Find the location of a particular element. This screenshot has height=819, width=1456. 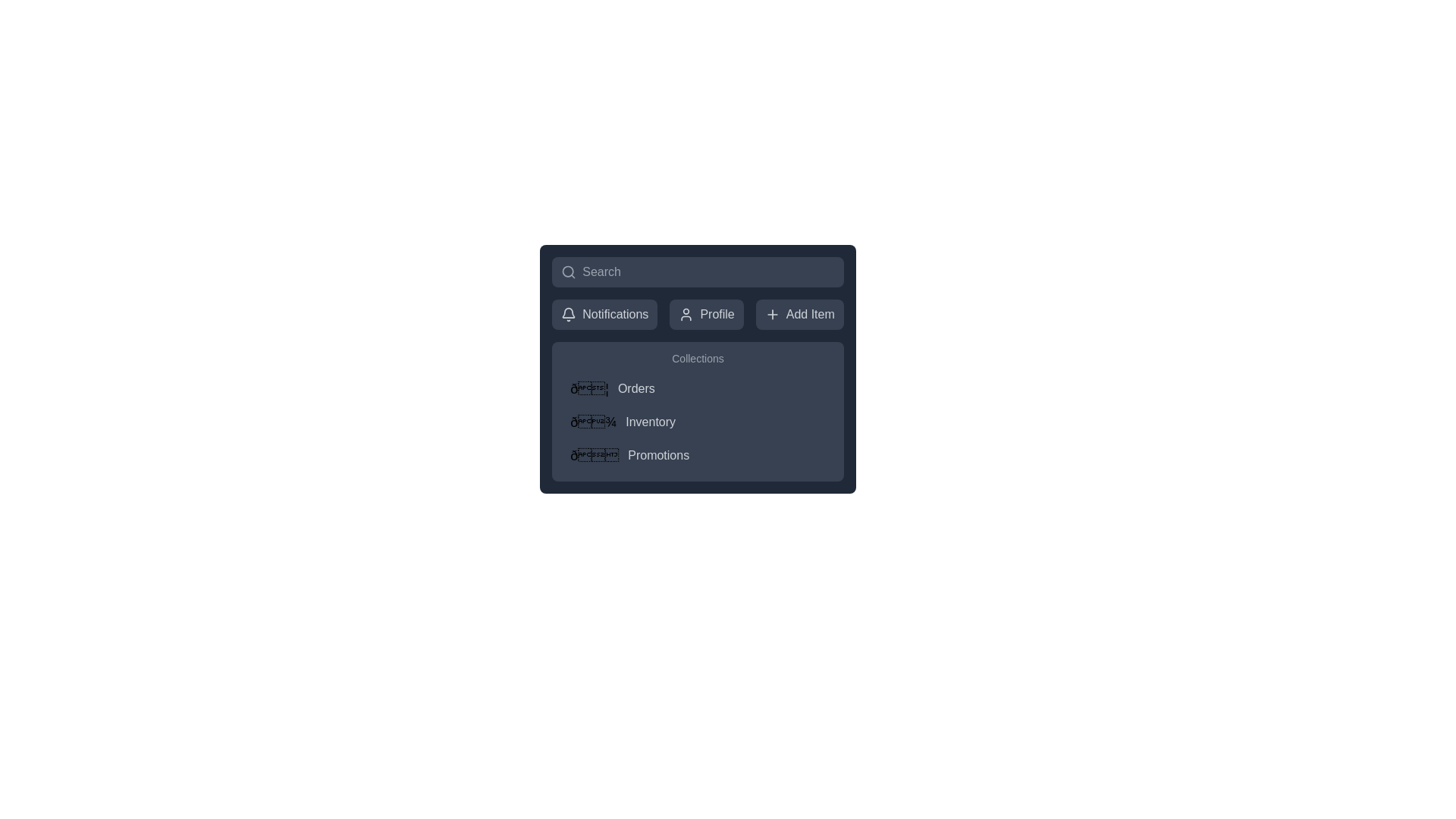

the party popper emoji icon located to the left of the 'Promotions' text in the 'Collections' section is located at coordinates (594, 455).